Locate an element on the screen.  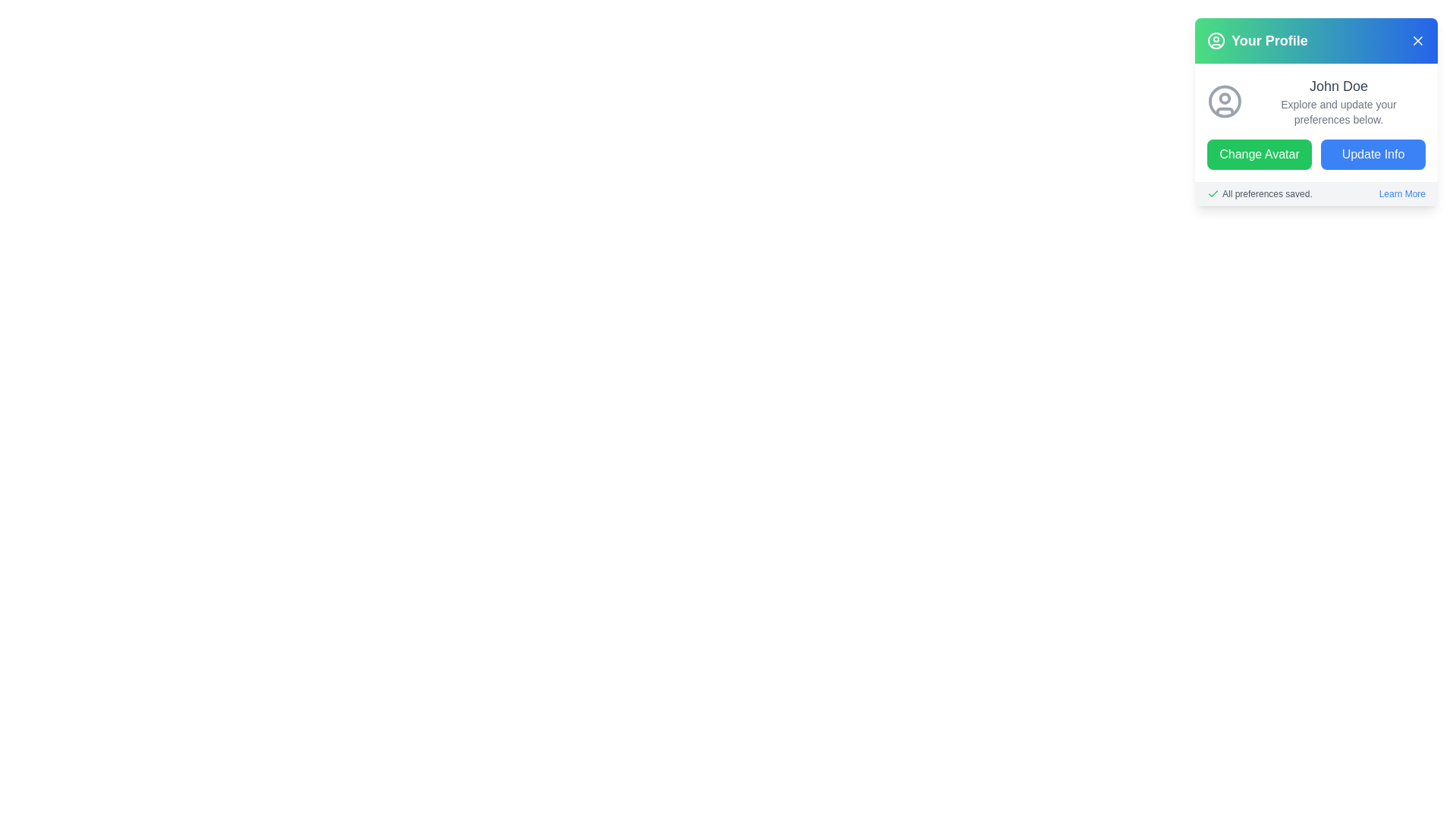
the update information button located on the right side of a two-button layout is located at coordinates (1373, 155).